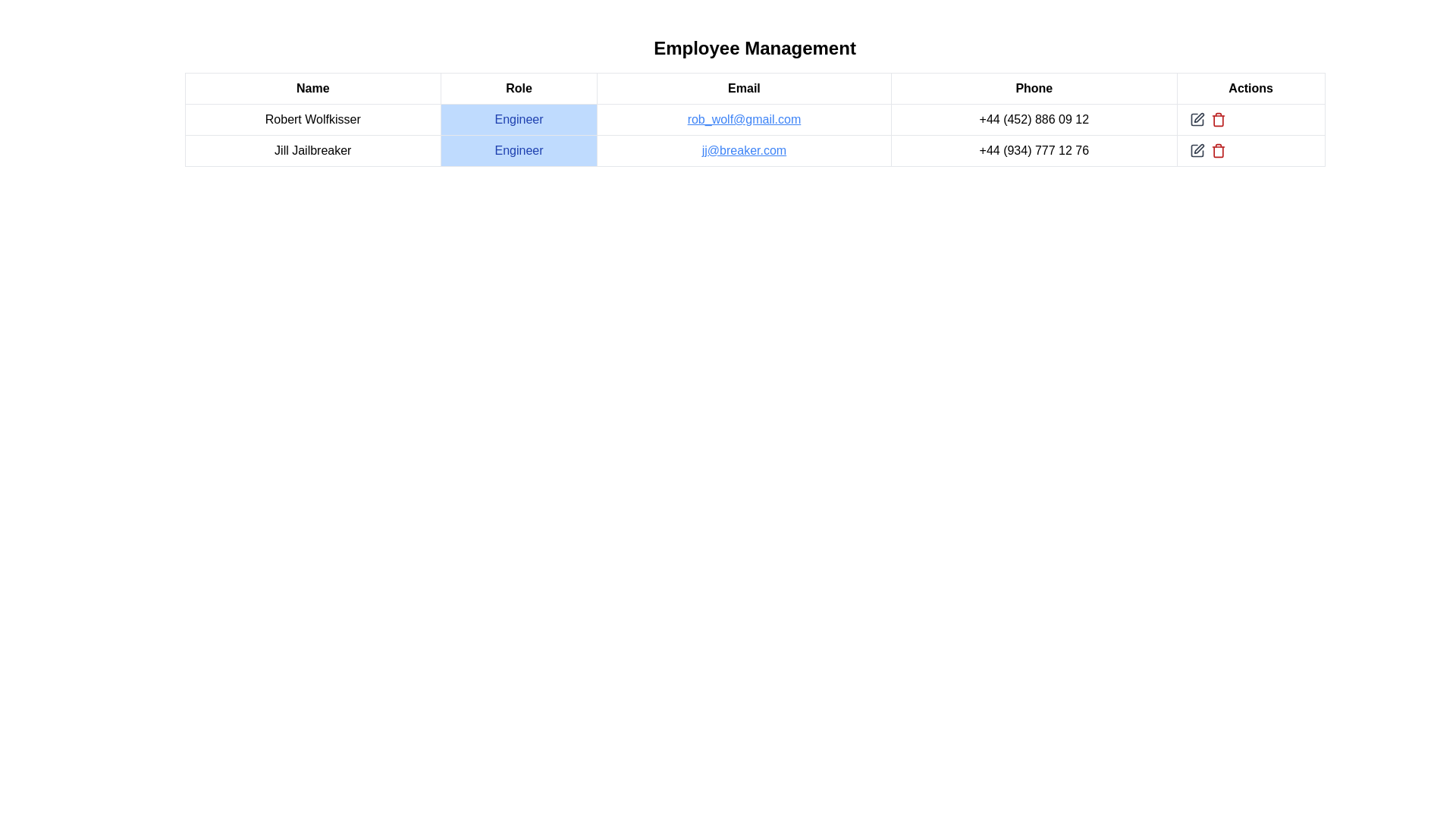 The image size is (1456, 819). Describe the element at coordinates (744, 151) in the screenshot. I see `the blue underlined email address 'jj@breaker.com' in the second row under the 'Email' column to initiate a mailto action` at that location.